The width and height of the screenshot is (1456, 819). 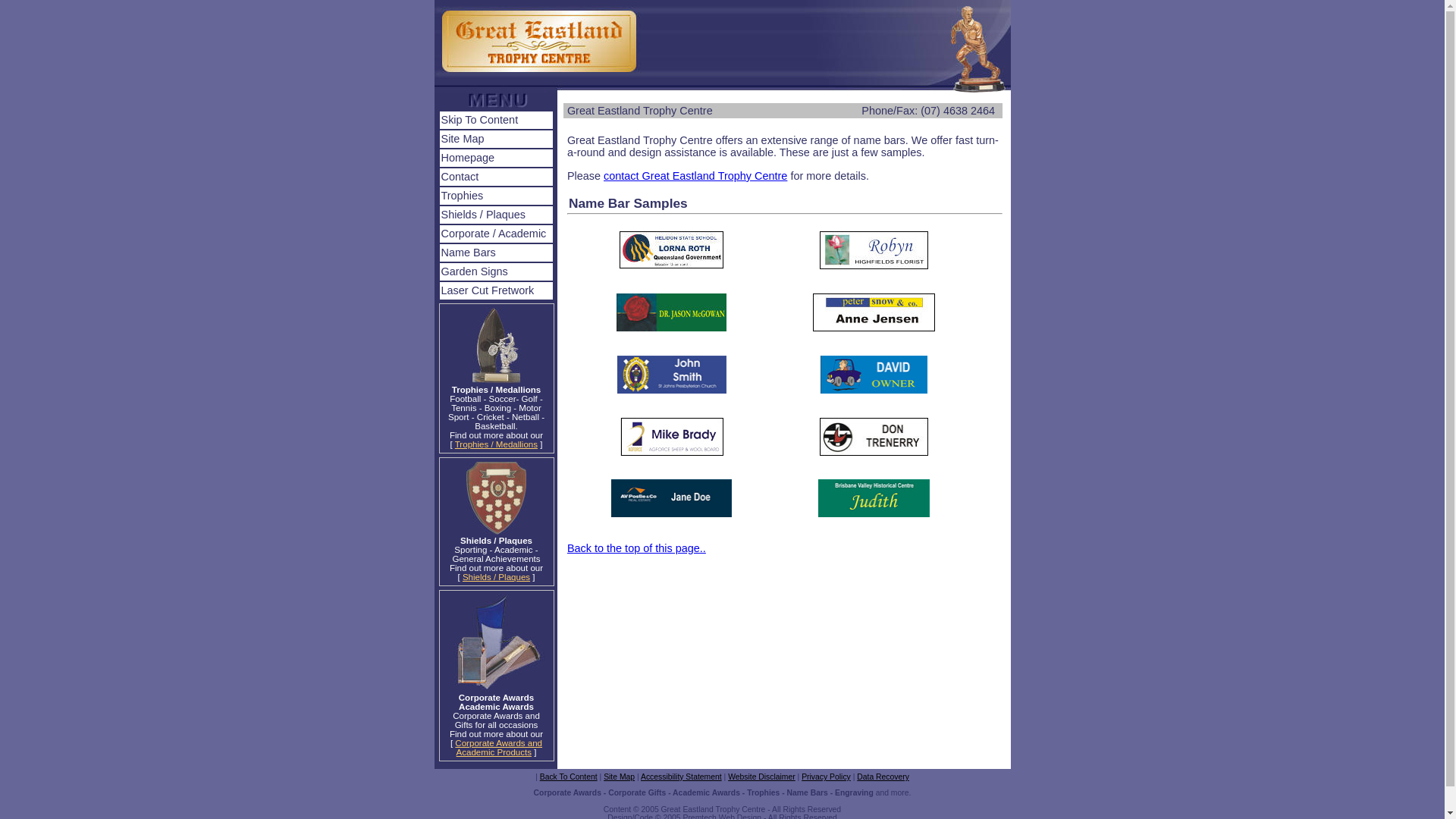 What do you see at coordinates (439, 158) in the screenshot?
I see `'Homepage'` at bounding box center [439, 158].